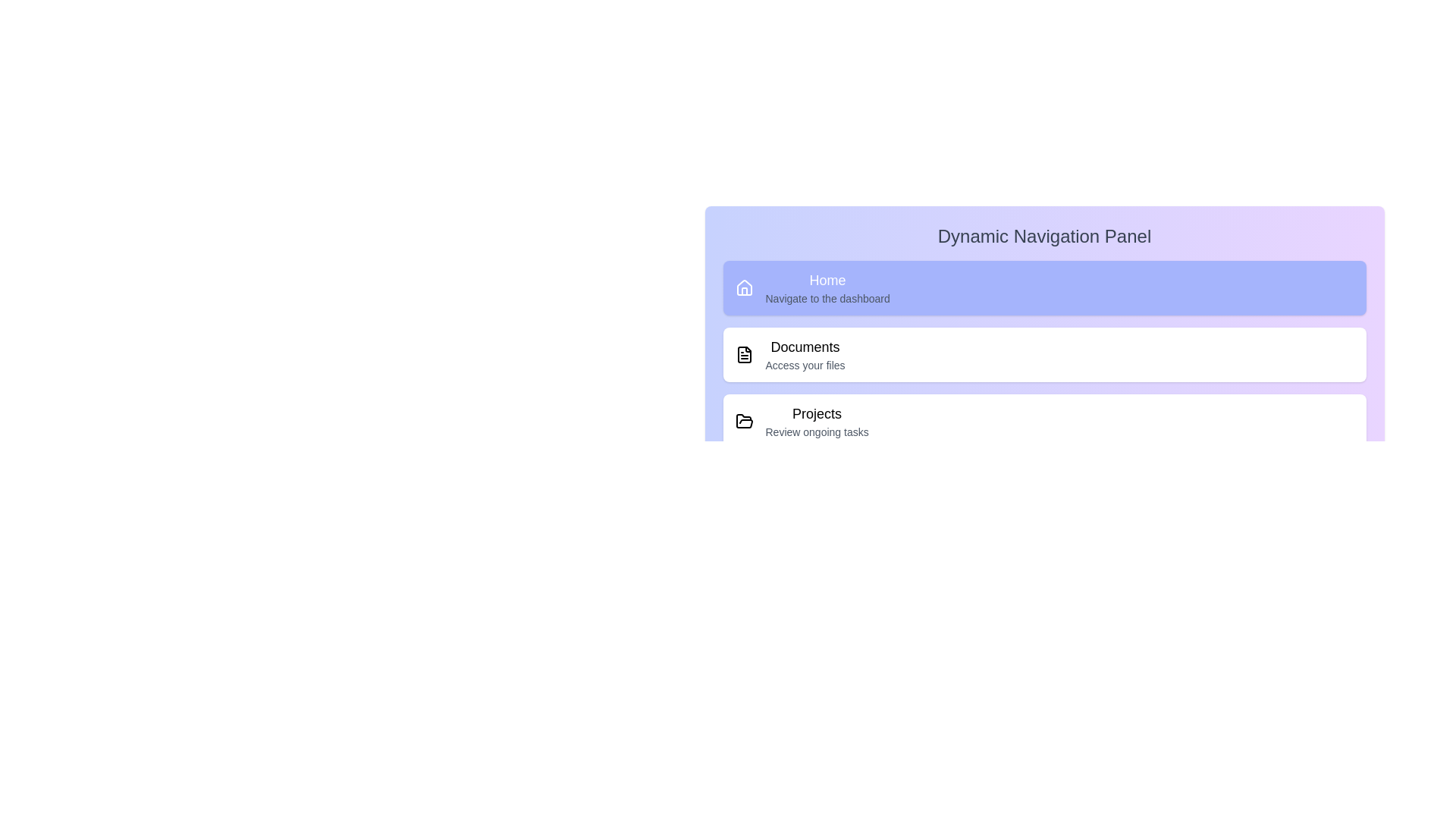 The height and width of the screenshot is (819, 1456). I want to click on the navigation item Documents, so click(1043, 354).